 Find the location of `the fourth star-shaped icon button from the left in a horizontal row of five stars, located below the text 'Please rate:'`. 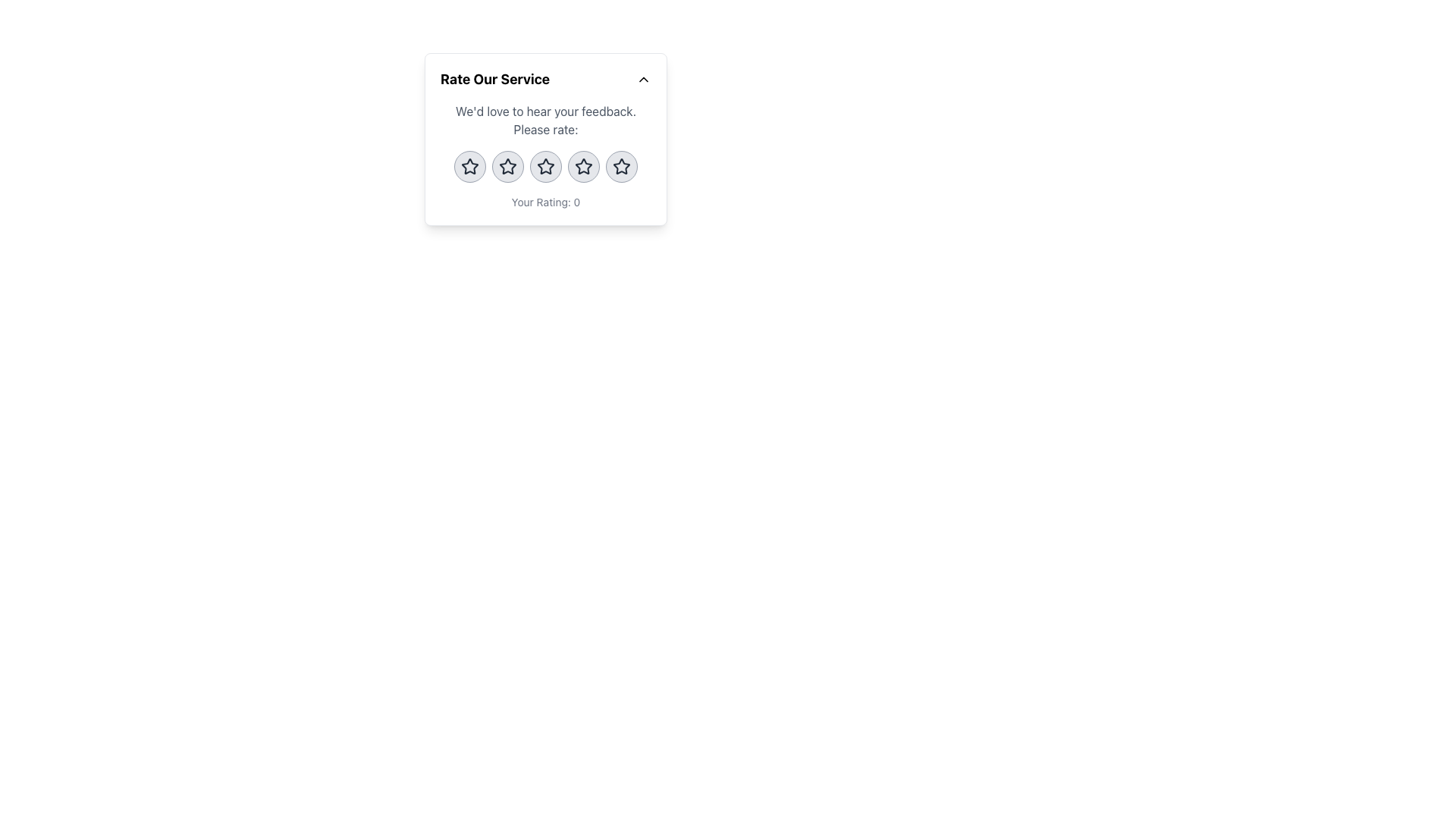

the fourth star-shaped icon button from the left in a horizontal row of five stars, located below the text 'Please rate:' is located at coordinates (582, 166).